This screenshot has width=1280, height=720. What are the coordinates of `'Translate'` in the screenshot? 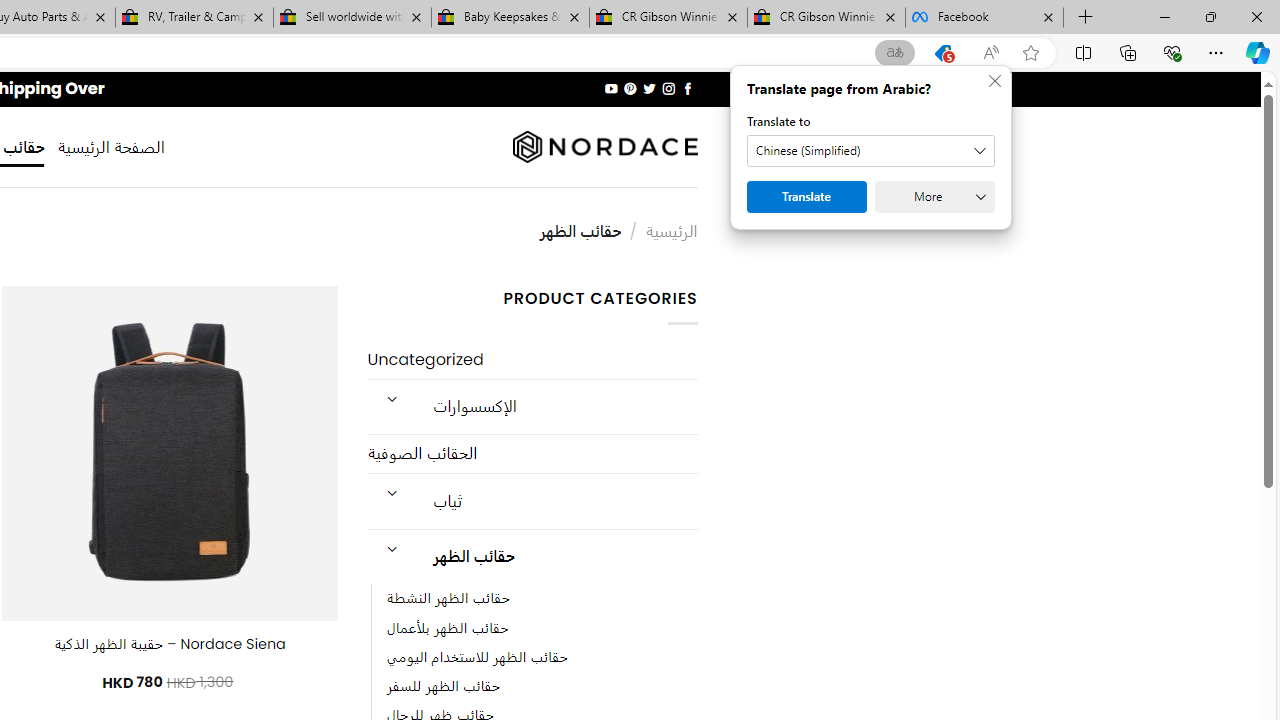 It's located at (807, 196).